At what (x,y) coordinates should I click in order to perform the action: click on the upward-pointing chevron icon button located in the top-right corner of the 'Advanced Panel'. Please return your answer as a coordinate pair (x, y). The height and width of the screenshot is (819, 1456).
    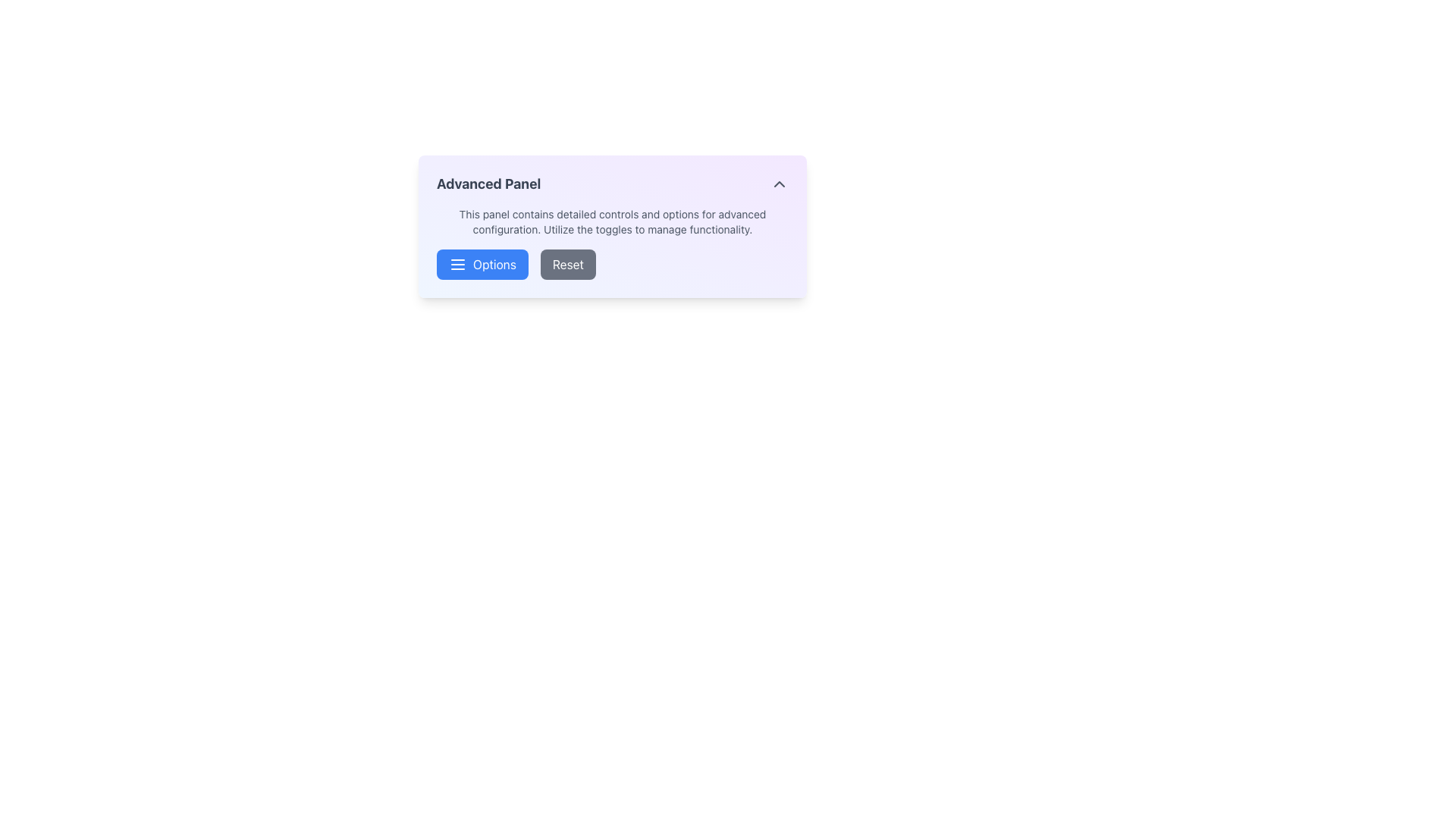
    Looking at the image, I should click on (779, 184).